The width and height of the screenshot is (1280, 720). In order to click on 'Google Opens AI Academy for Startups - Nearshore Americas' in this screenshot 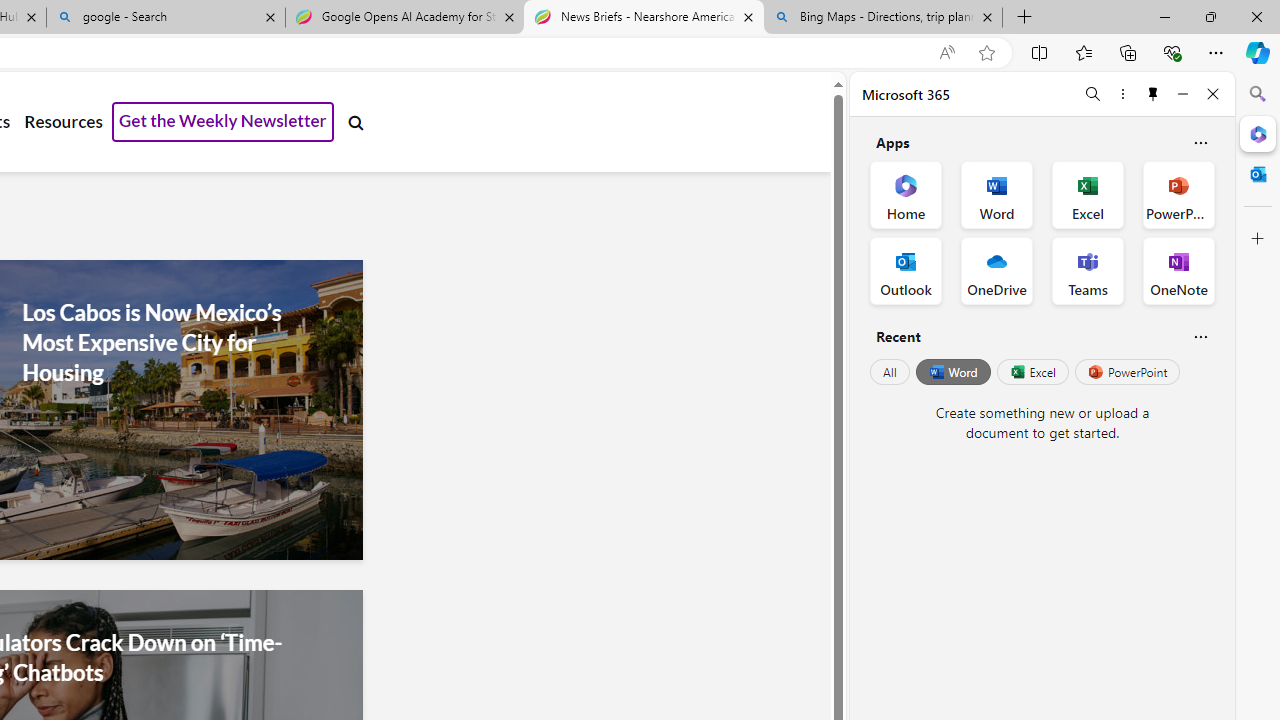, I will do `click(403, 17)`.